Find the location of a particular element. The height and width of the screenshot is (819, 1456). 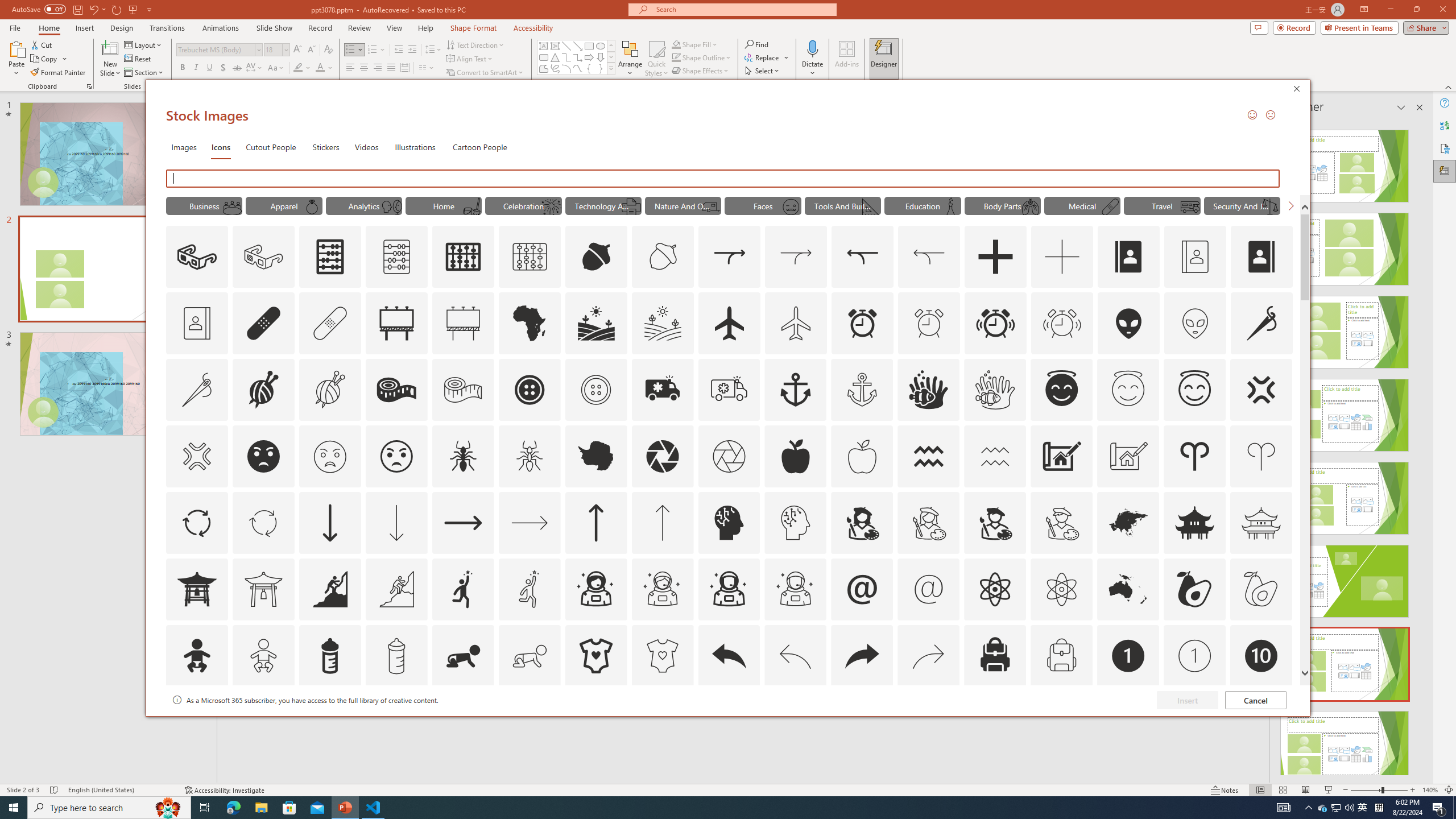

'AutomationID: Icons_Badge6_M' is located at coordinates (862, 722).